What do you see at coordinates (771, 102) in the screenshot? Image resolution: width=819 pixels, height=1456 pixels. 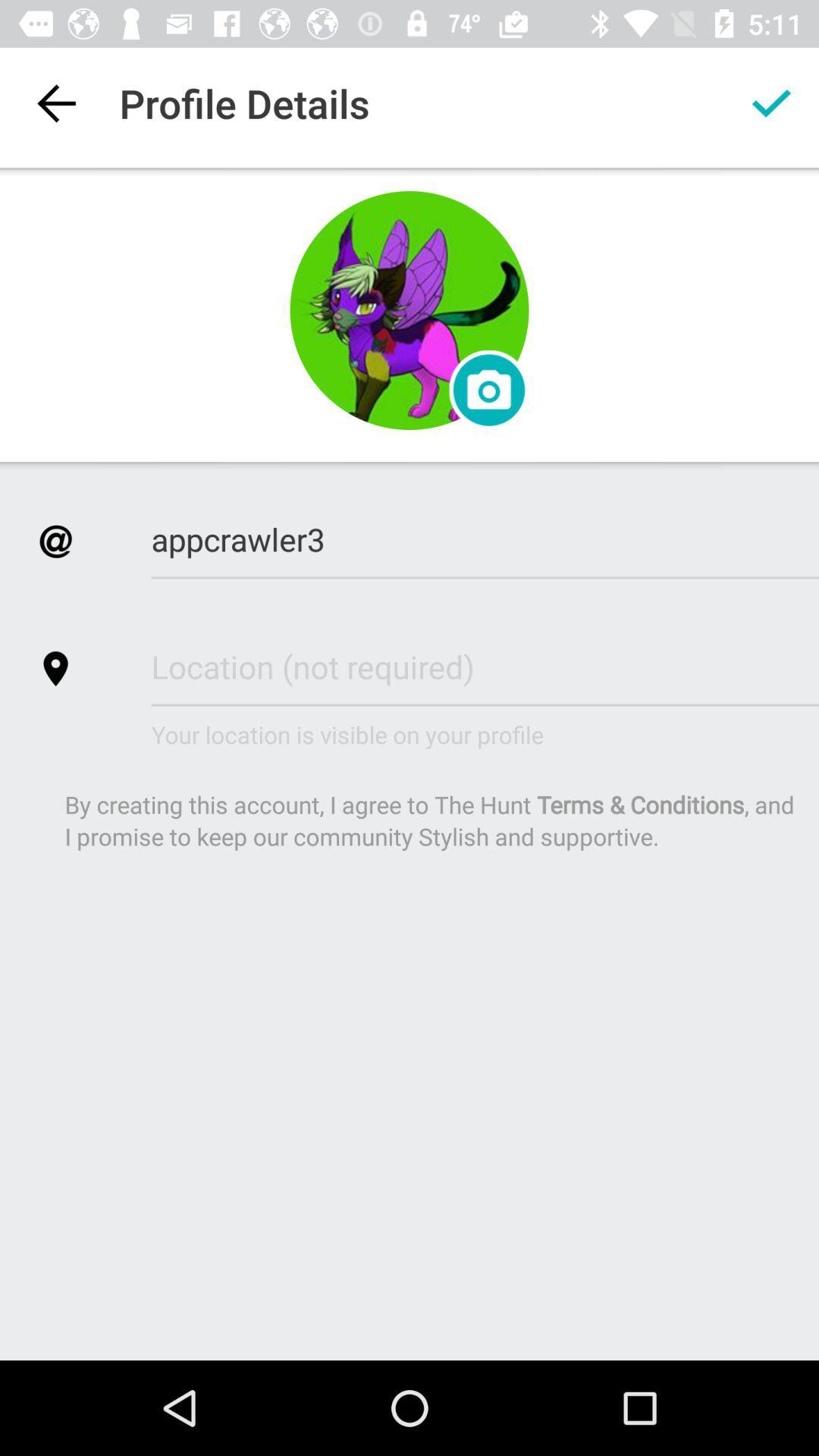 I see `profile data` at bounding box center [771, 102].